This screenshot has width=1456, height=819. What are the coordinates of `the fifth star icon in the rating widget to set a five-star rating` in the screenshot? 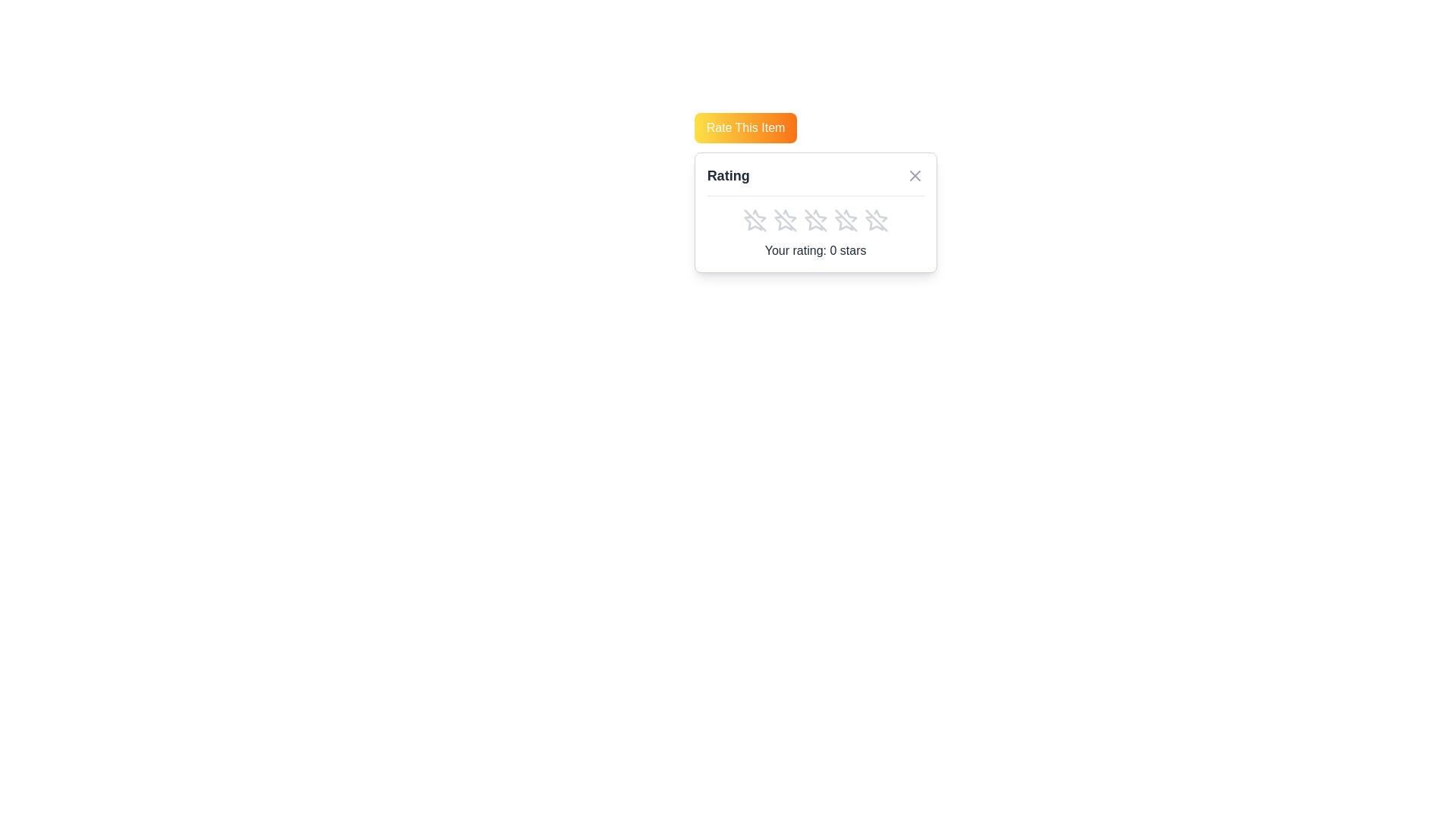 It's located at (843, 223).